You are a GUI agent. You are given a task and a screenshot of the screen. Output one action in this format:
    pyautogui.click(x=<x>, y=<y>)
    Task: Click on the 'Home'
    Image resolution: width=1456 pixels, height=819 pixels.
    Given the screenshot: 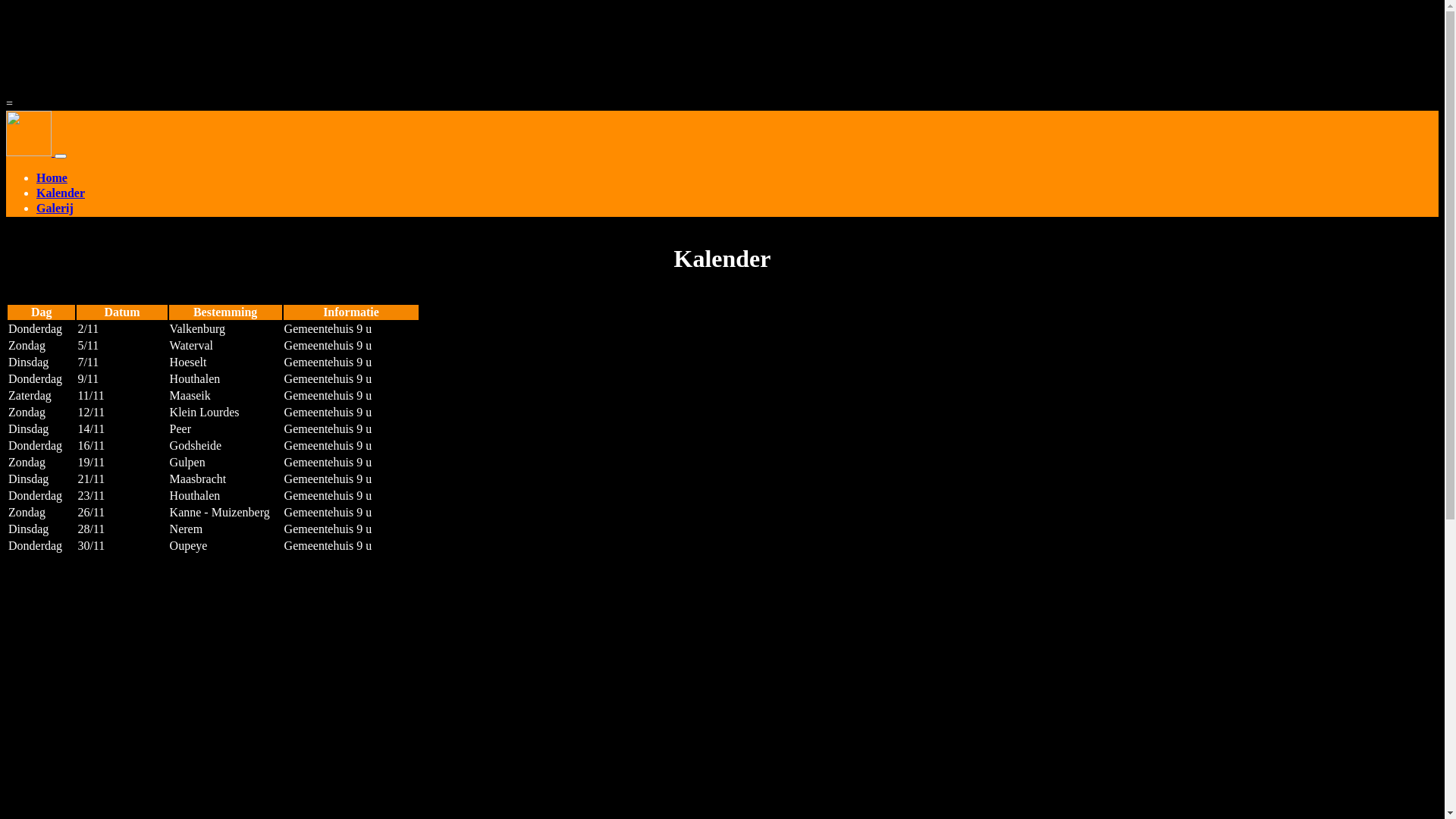 What is the action you would take?
    pyautogui.click(x=36, y=177)
    